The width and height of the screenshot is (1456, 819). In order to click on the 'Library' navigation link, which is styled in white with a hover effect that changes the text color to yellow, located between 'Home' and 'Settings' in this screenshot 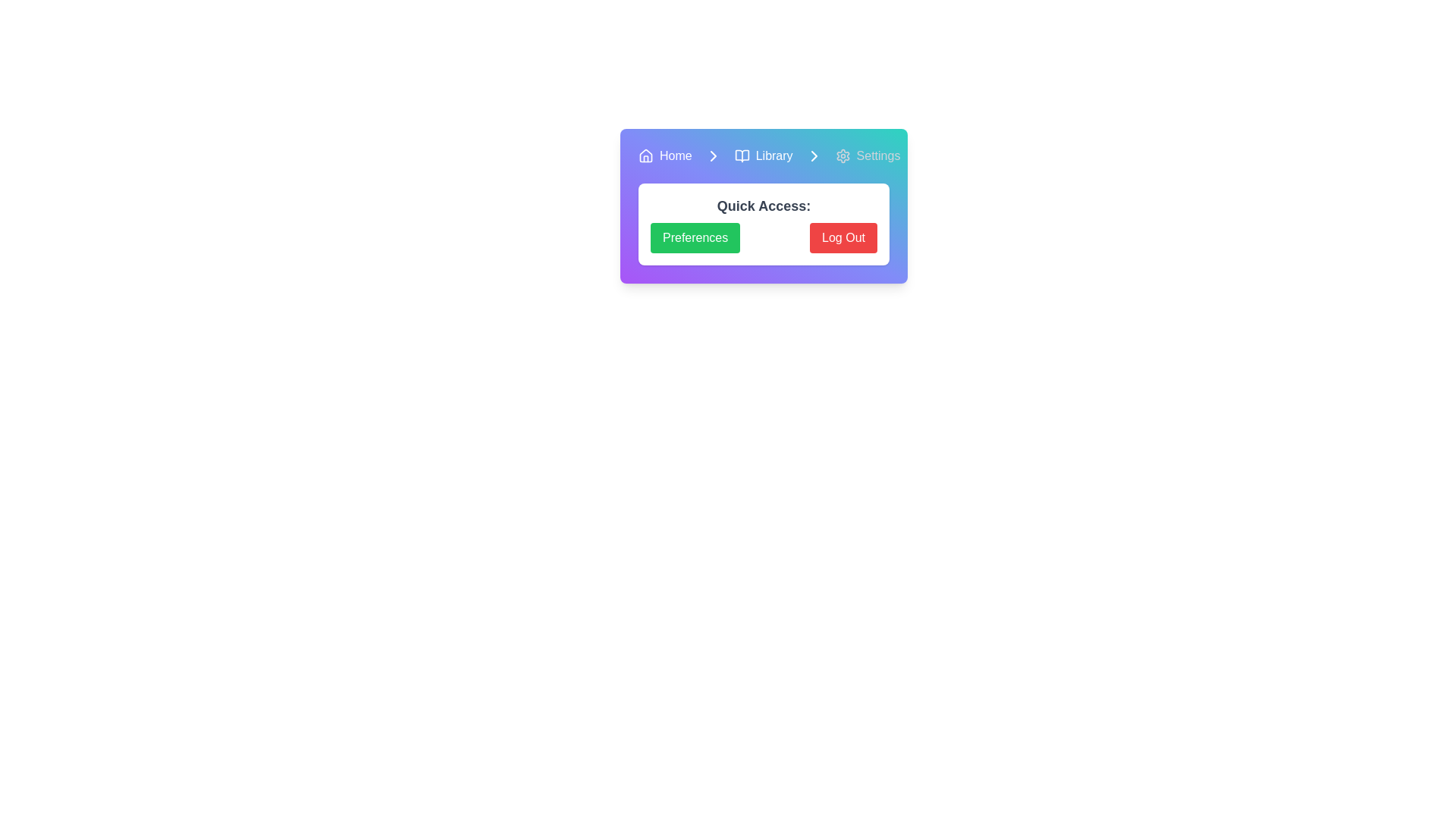, I will do `click(764, 155)`.